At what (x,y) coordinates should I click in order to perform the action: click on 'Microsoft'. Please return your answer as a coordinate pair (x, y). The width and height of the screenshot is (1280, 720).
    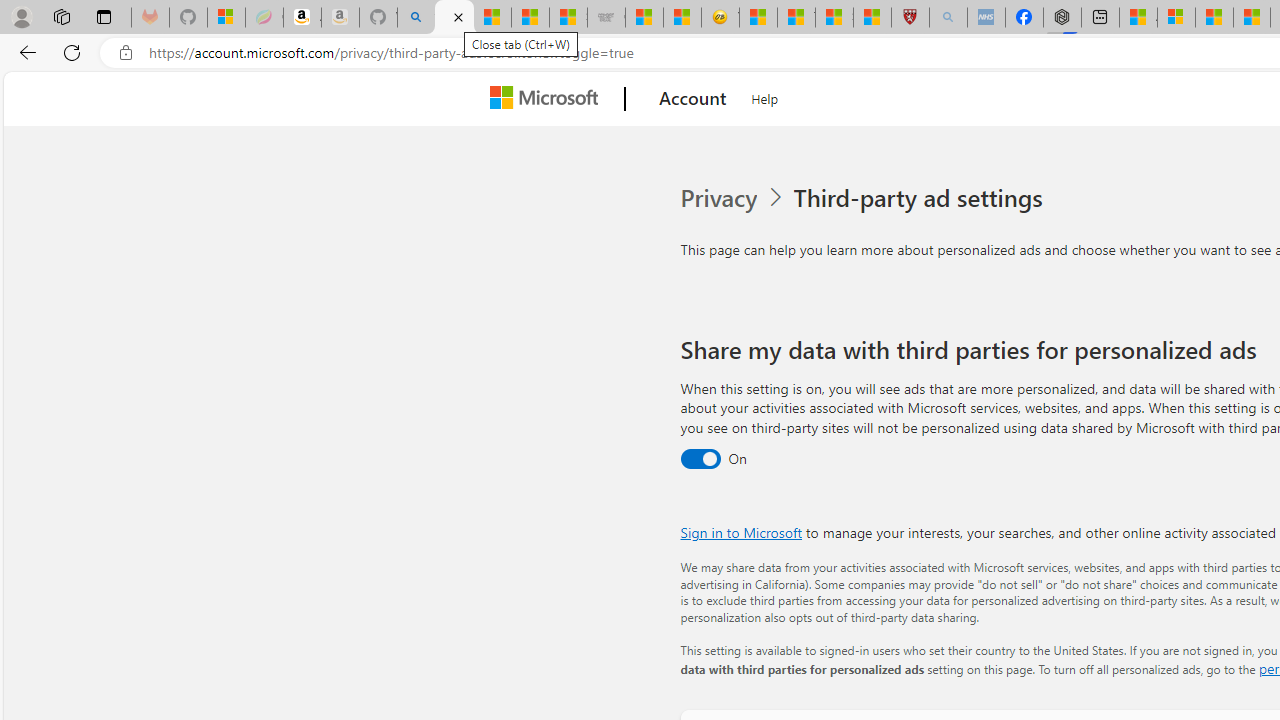
    Looking at the image, I should click on (548, 99).